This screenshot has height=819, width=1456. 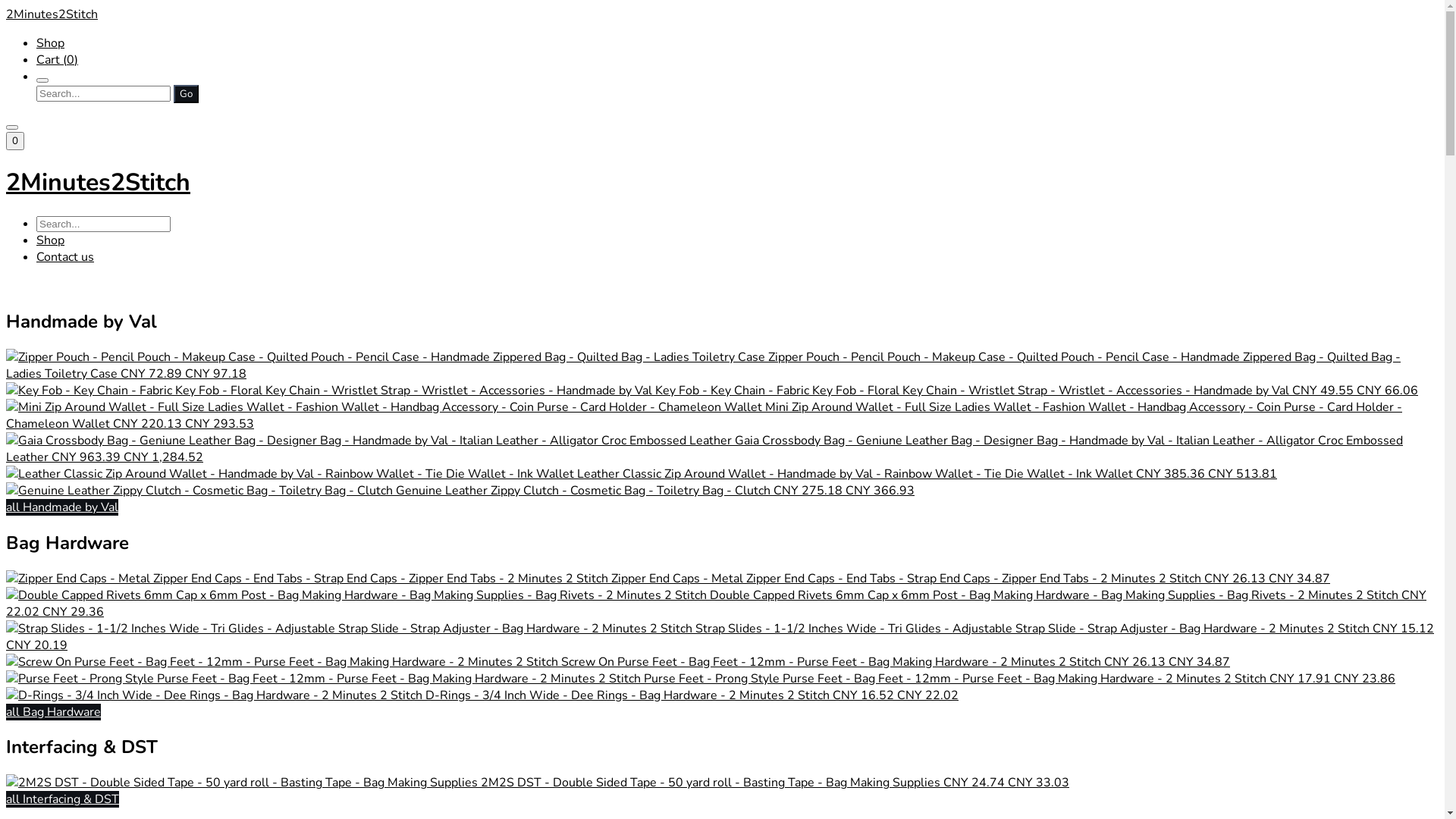 I want to click on 'all Interfacing & DST', so click(x=6, y=798).